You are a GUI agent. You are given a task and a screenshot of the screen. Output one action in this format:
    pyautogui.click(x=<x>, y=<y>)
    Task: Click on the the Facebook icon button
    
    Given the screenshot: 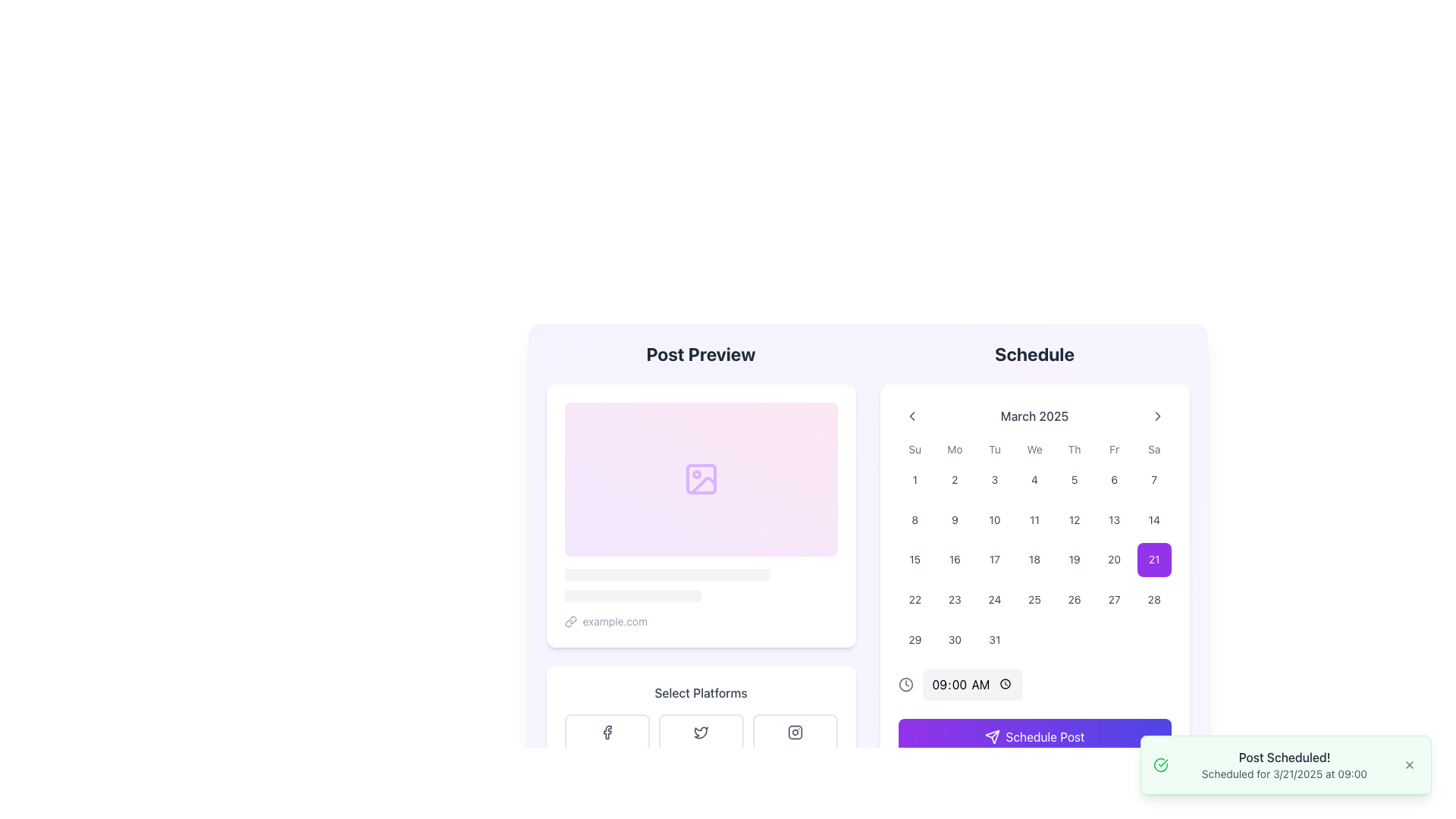 What is the action you would take?
    pyautogui.click(x=607, y=731)
    